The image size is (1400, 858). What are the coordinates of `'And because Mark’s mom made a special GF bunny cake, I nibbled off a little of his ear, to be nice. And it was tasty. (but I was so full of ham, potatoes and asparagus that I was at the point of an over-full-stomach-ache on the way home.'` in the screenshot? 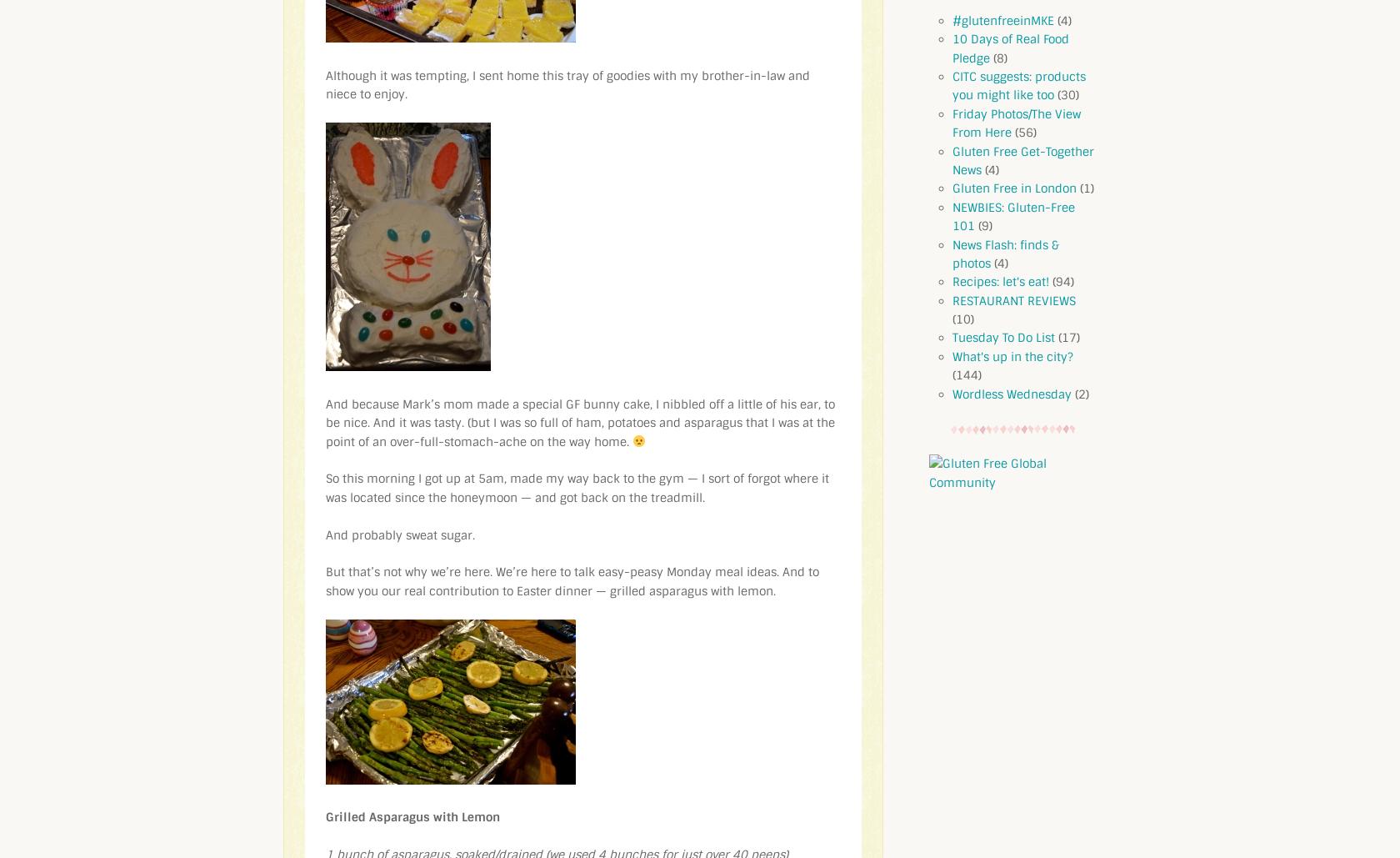 It's located at (580, 422).